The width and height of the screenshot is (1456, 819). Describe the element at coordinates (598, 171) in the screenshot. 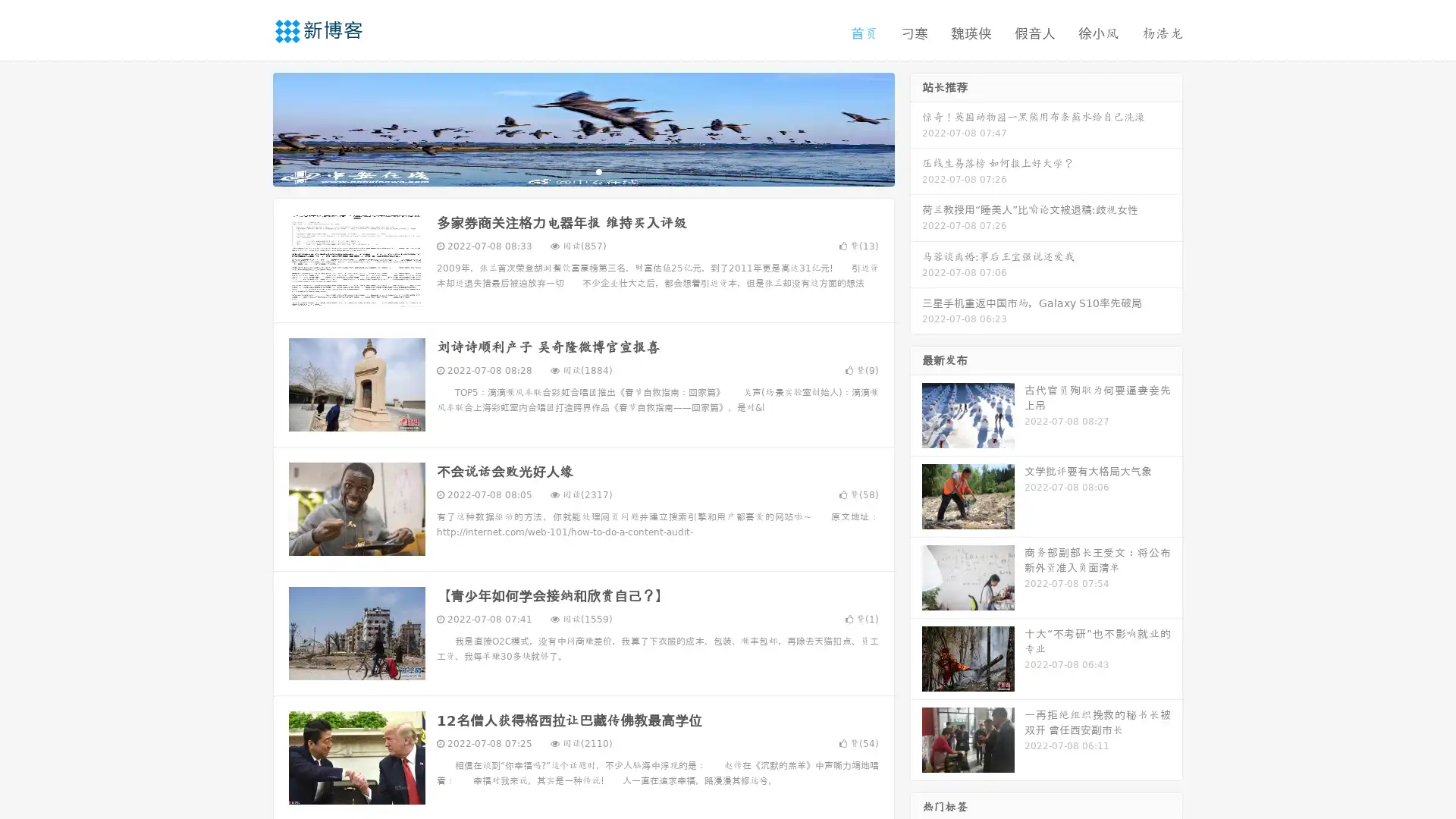

I see `Go to slide 3` at that location.